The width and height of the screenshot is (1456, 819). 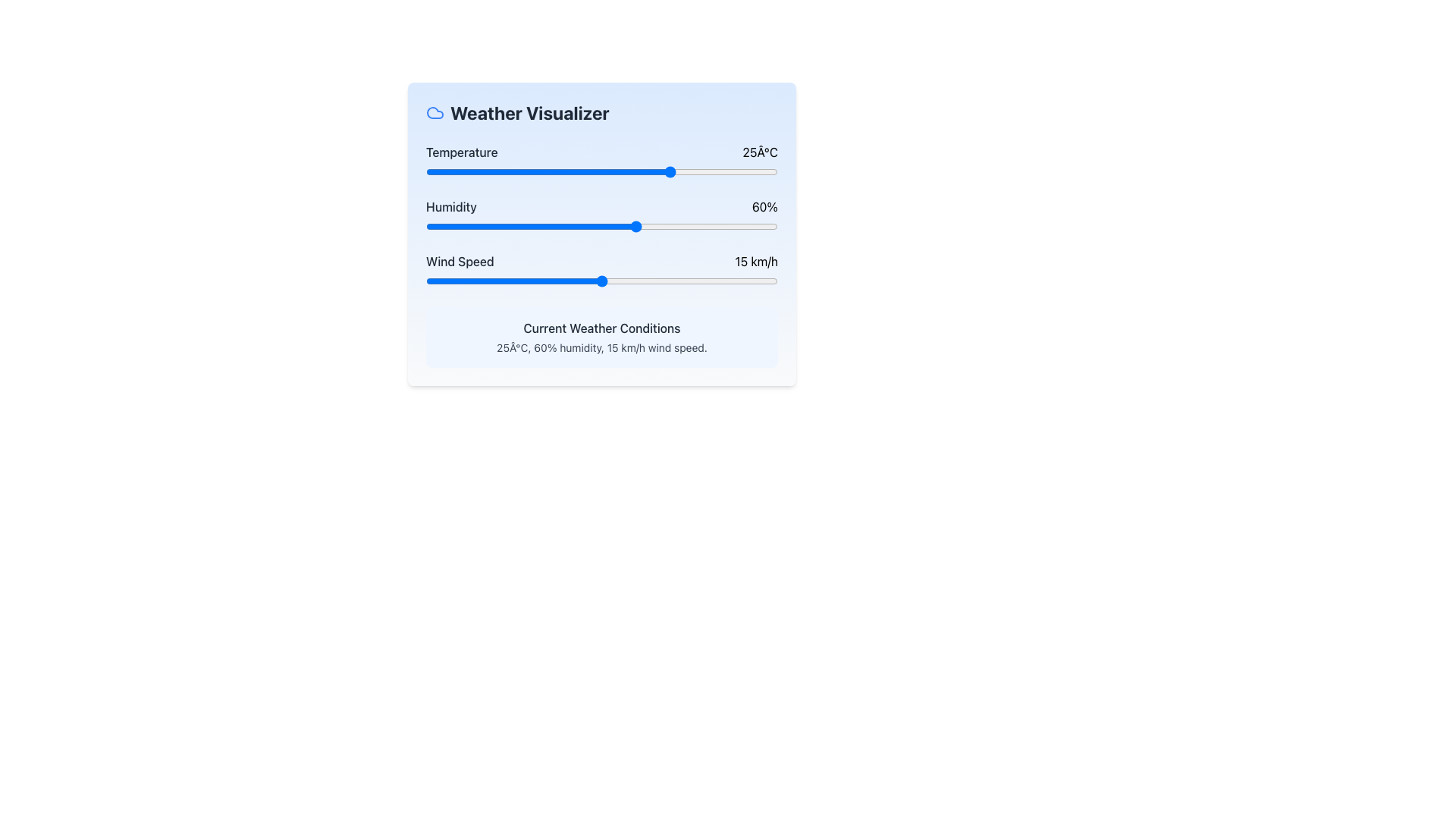 What do you see at coordinates (524, 171) in the screenshot?
I see `the temperature` at bounding box center [524, 171].